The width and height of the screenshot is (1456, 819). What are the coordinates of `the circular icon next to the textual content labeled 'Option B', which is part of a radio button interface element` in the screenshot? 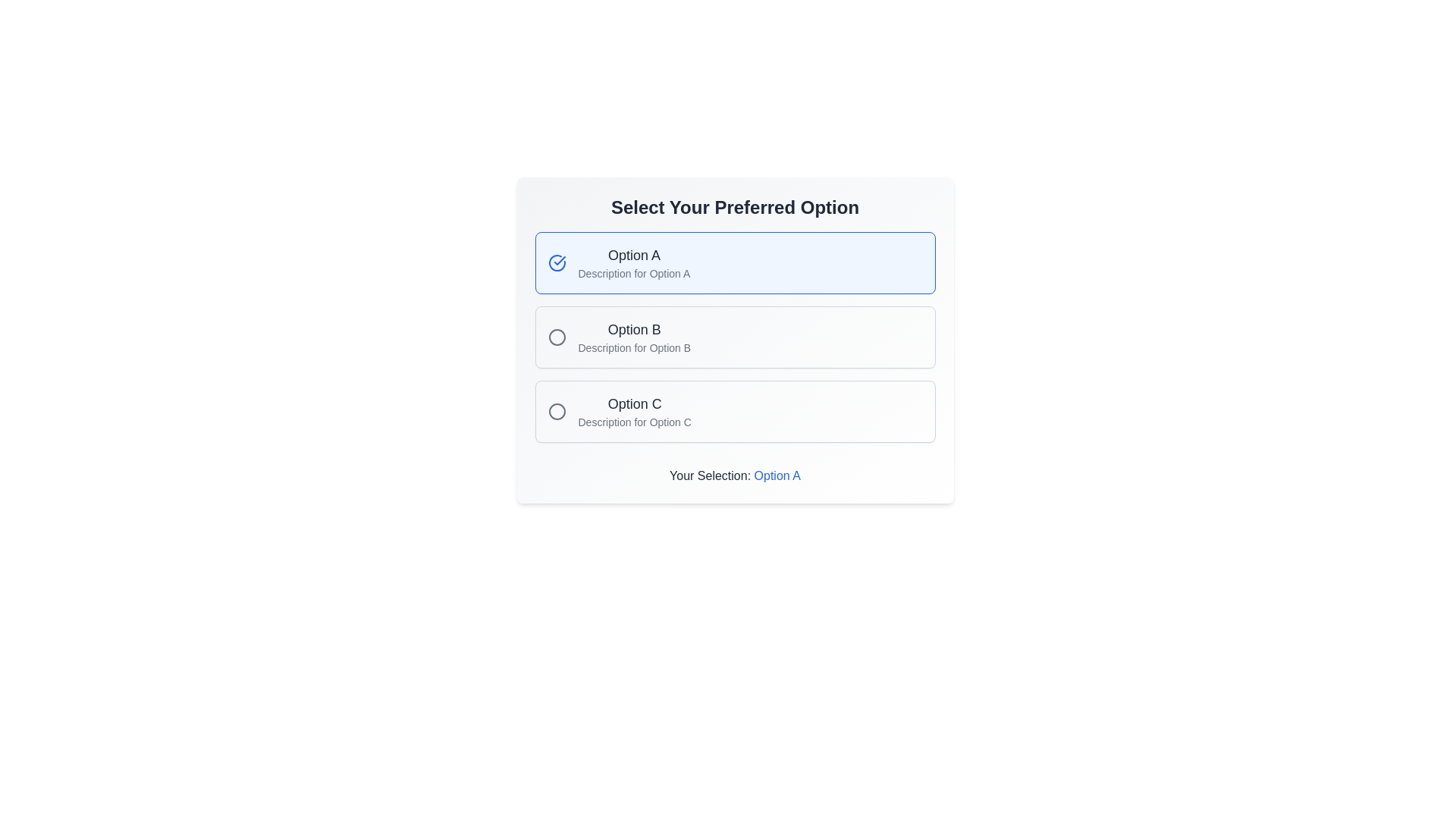 It's located at (556, 336).